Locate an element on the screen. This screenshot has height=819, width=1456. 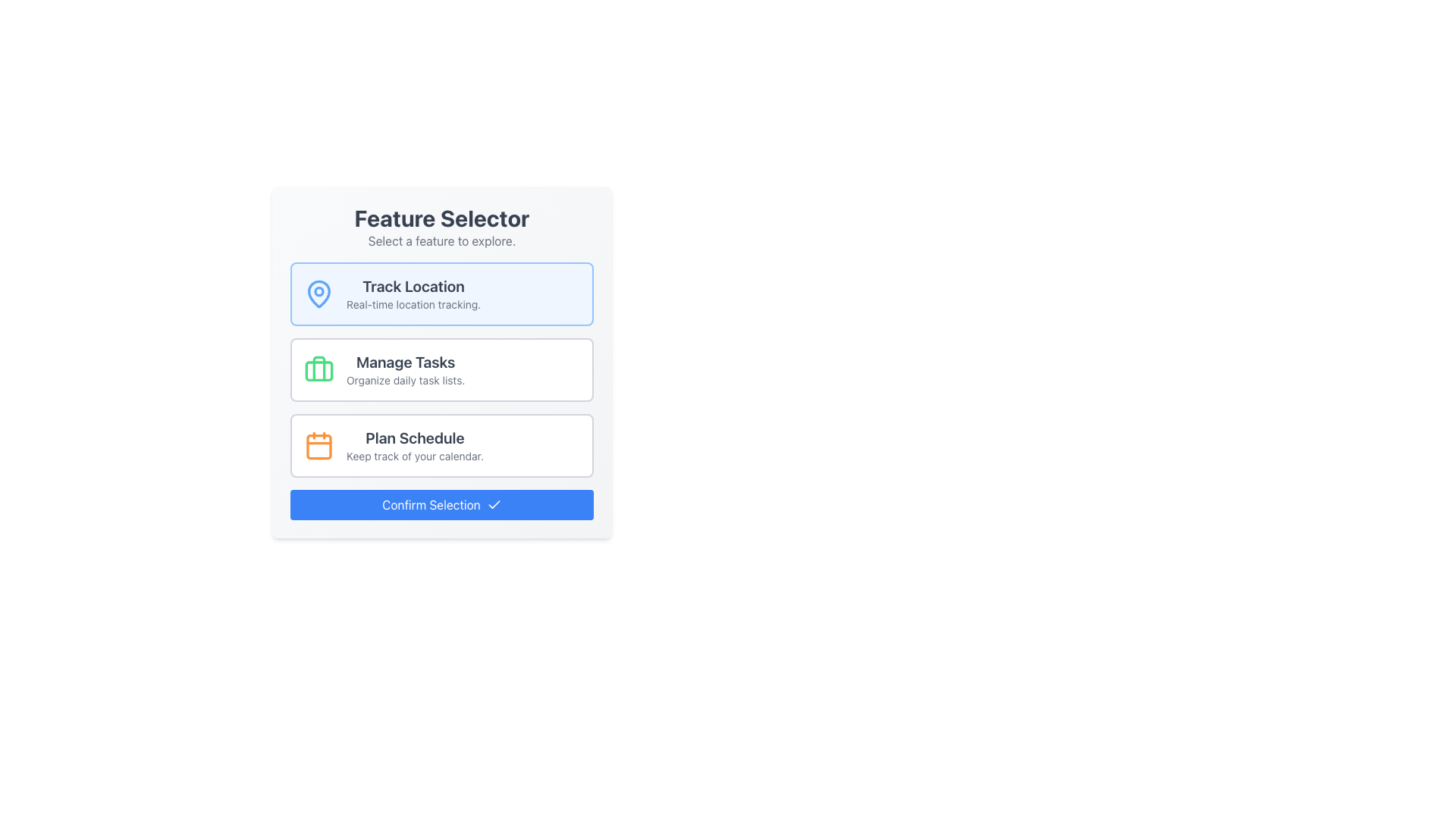
the text label that describes the 'Manage Tasks' functionality, which is positioned between 'Track Location' and 'Plan Schedule' in the feature selection options is located at coordinates (406, 370).